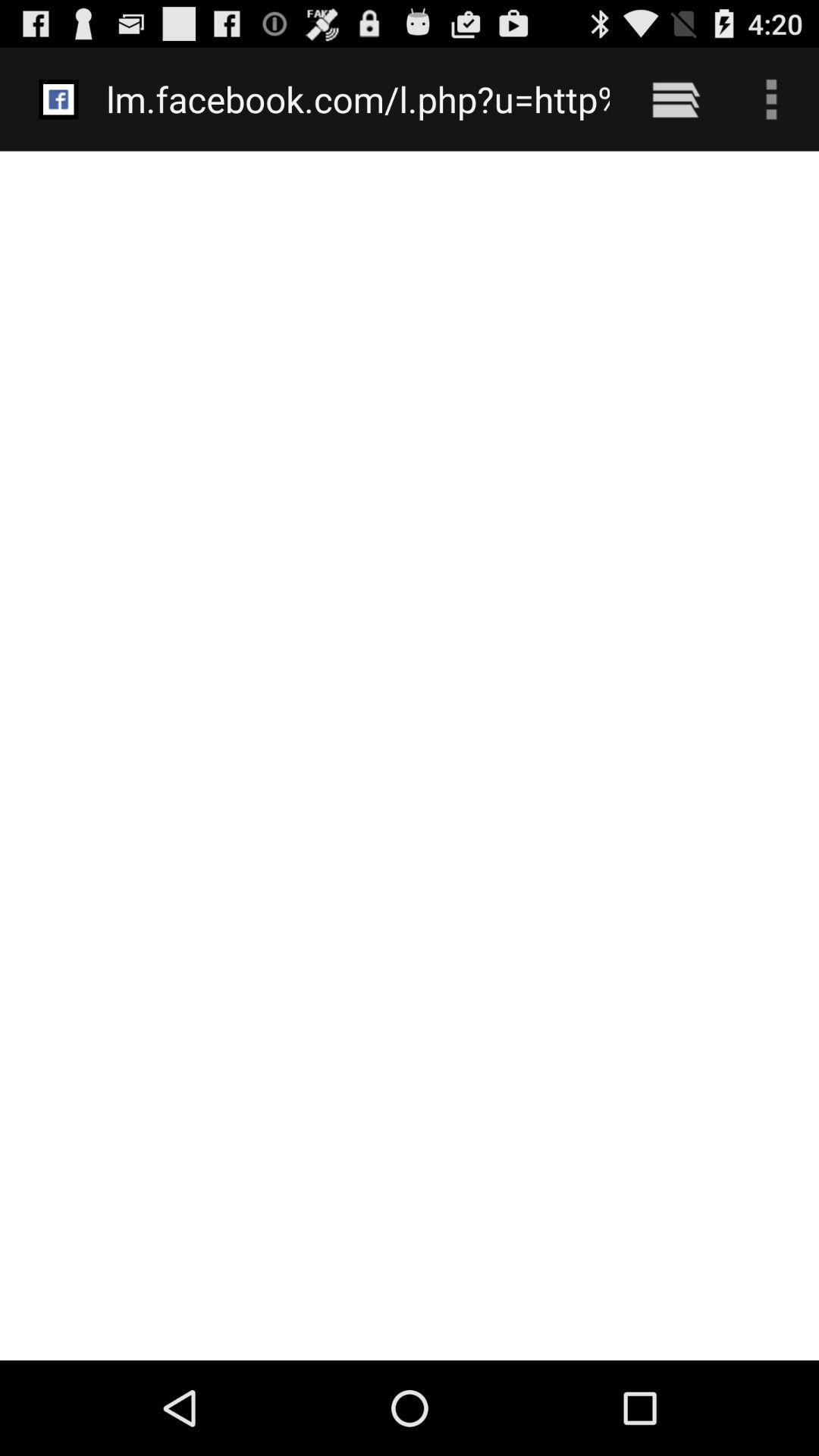 This screenshot has height=1456, width=819. I want to click on the lm facebook com icon, so click(358, 99).